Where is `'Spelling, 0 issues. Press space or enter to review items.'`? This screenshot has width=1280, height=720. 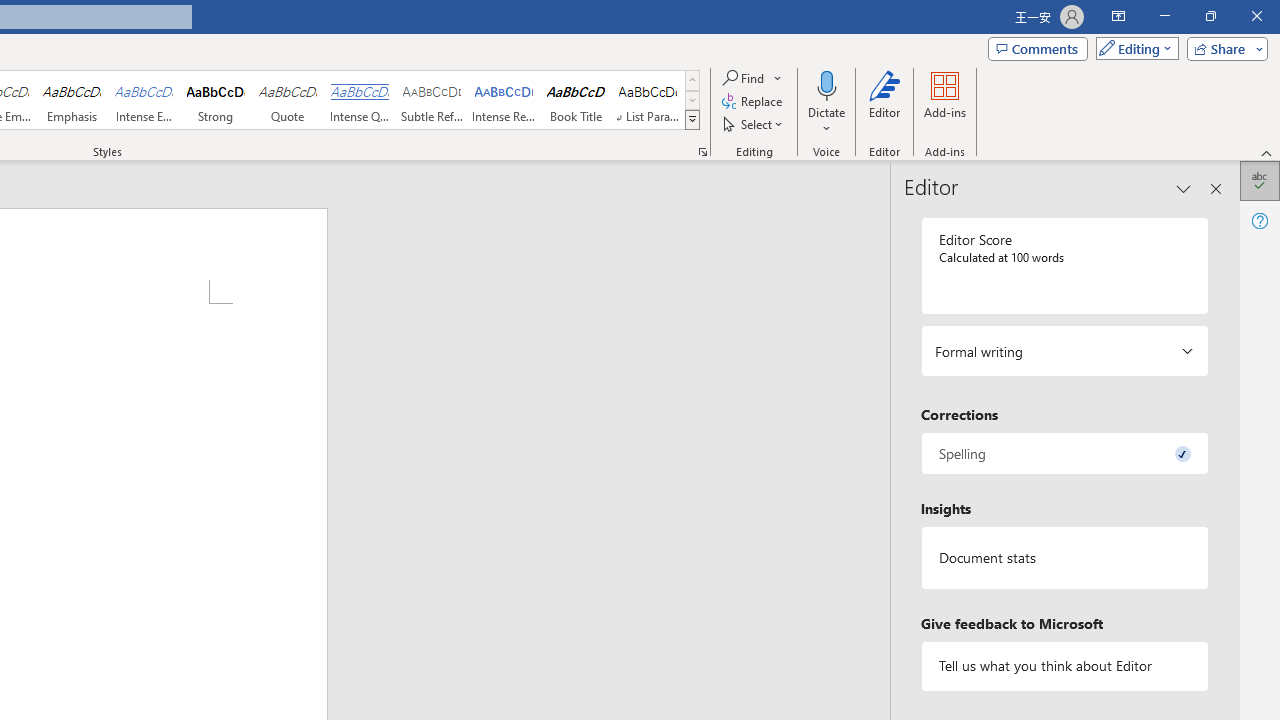
'Spelling, 0 issues. Press space or enter to review items.' is located at coordinates (1063, 453).